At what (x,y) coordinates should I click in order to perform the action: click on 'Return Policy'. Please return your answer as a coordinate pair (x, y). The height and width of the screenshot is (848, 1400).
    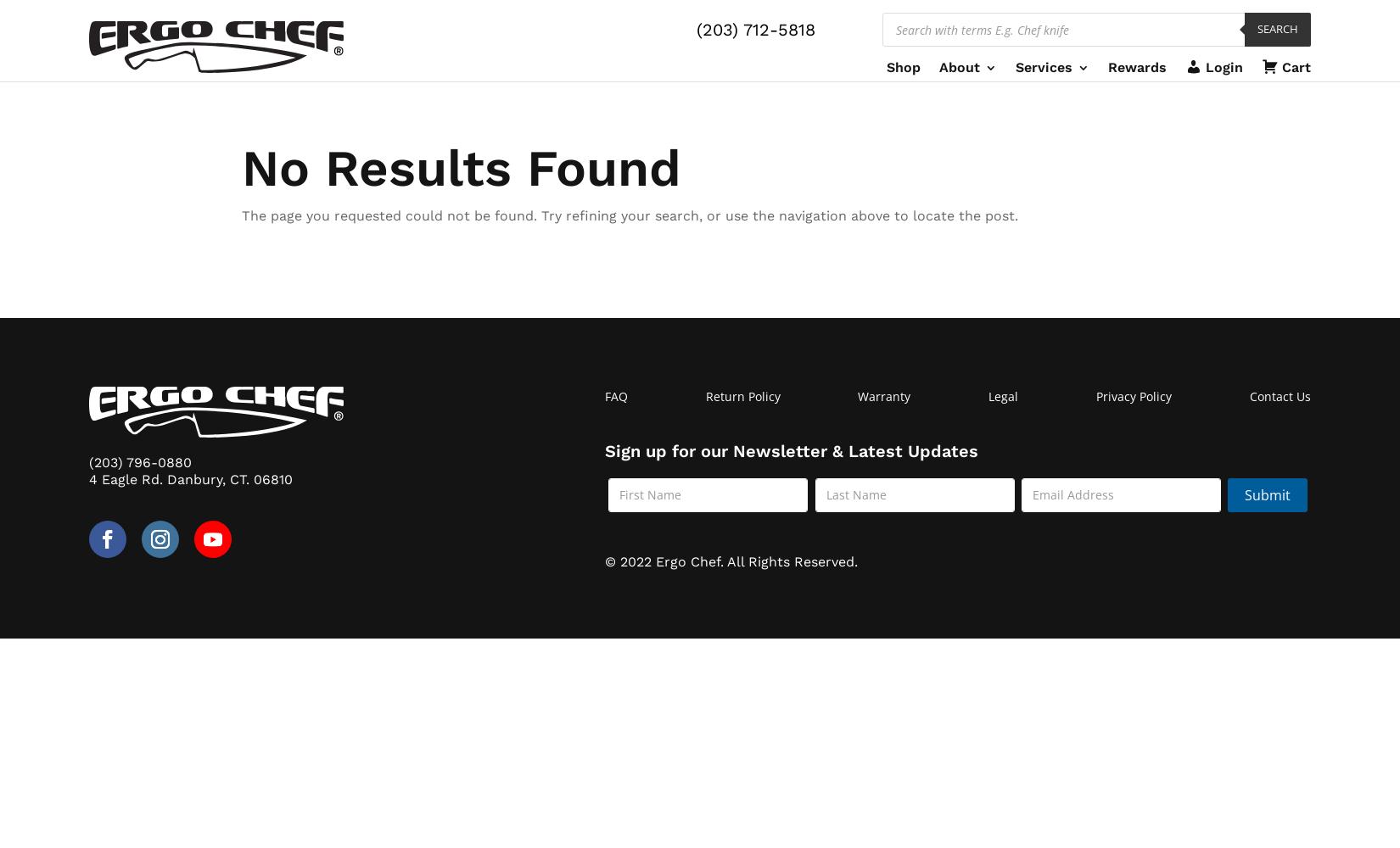
    Looking at the image, I should click on (704, 395).